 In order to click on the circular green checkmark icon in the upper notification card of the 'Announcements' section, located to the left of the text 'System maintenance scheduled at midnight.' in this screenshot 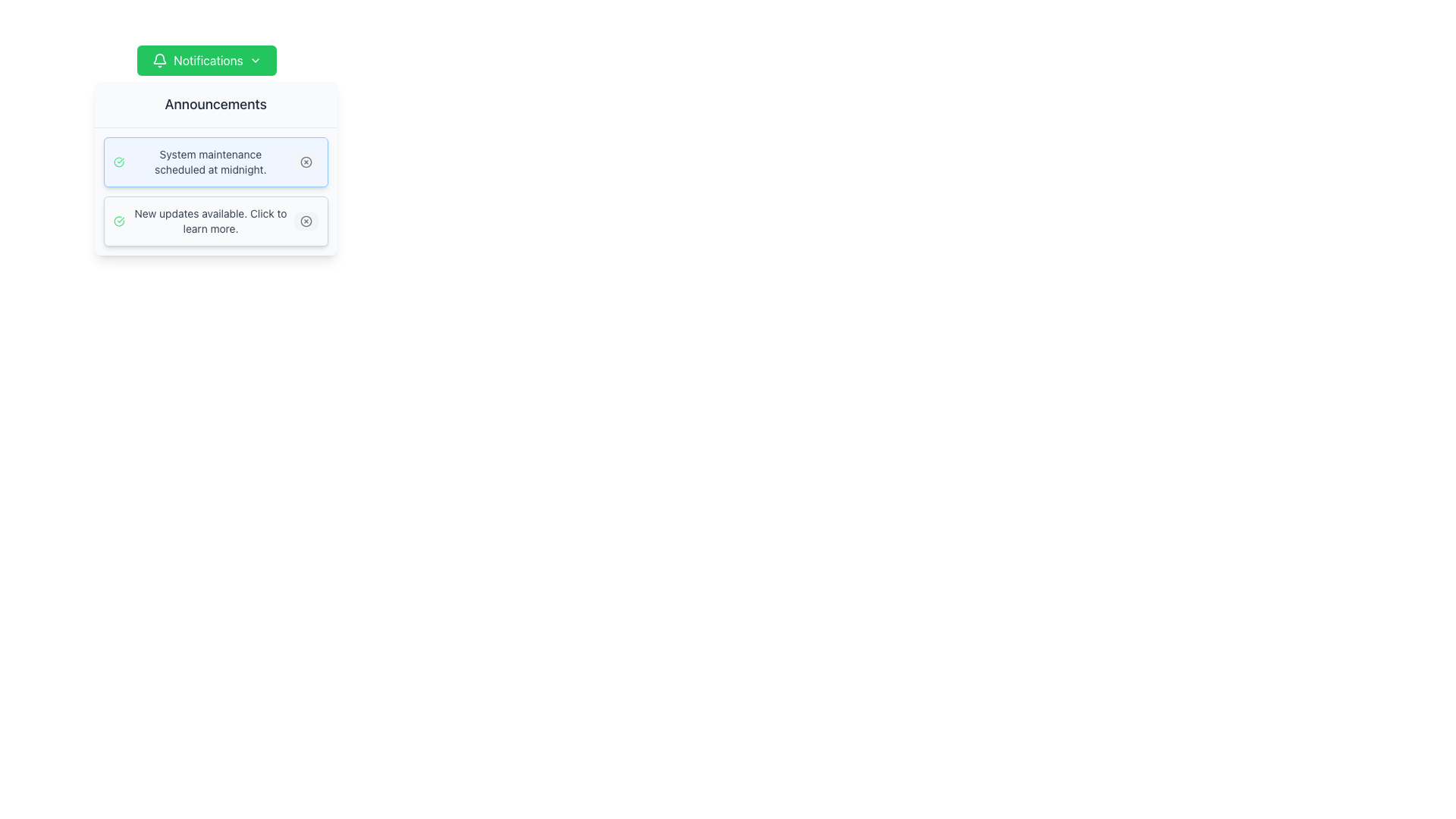, I will do `click(118, 162)`.